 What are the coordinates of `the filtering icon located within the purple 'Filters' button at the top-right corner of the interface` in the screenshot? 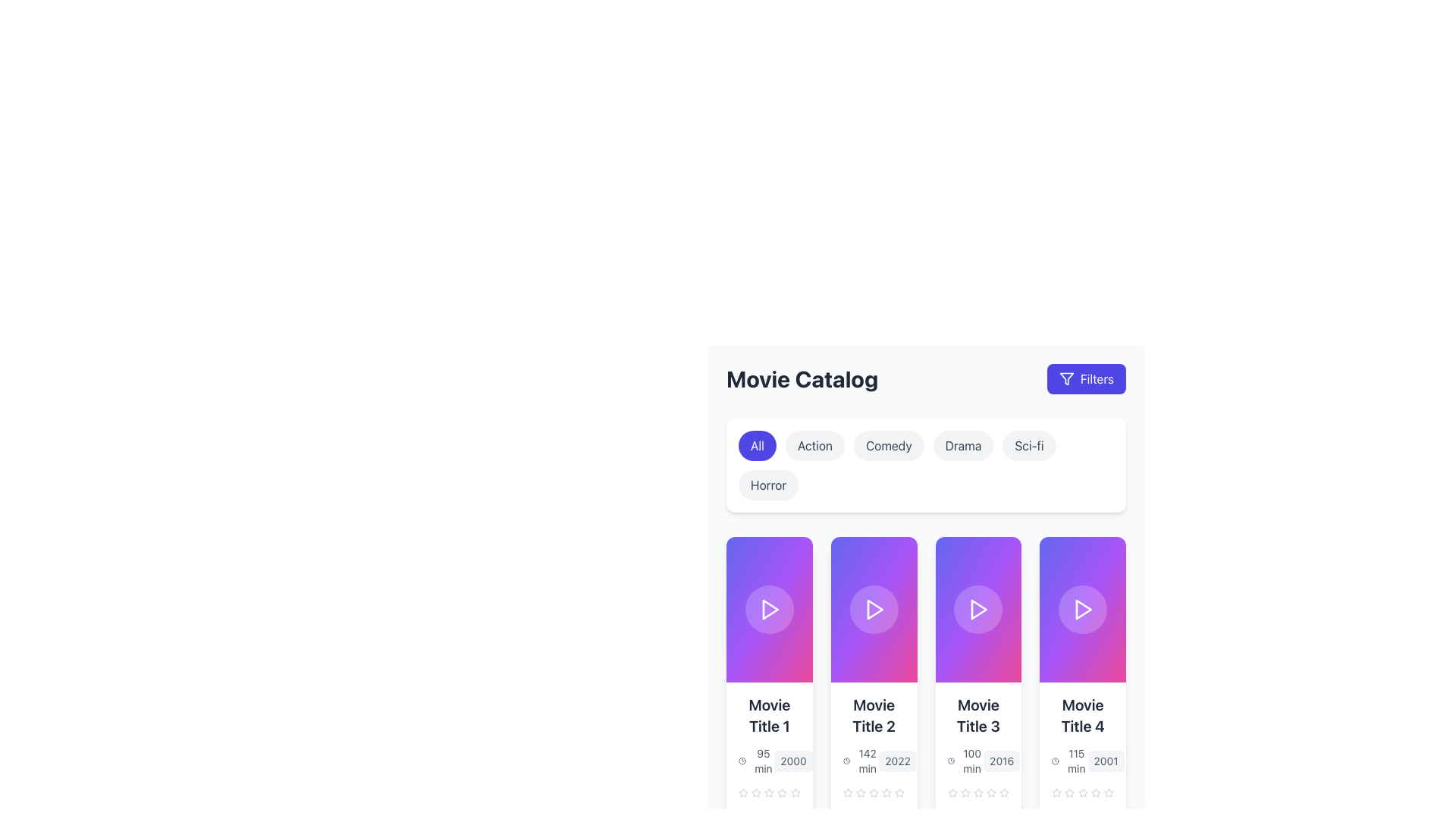 It's located at (1065, 378).